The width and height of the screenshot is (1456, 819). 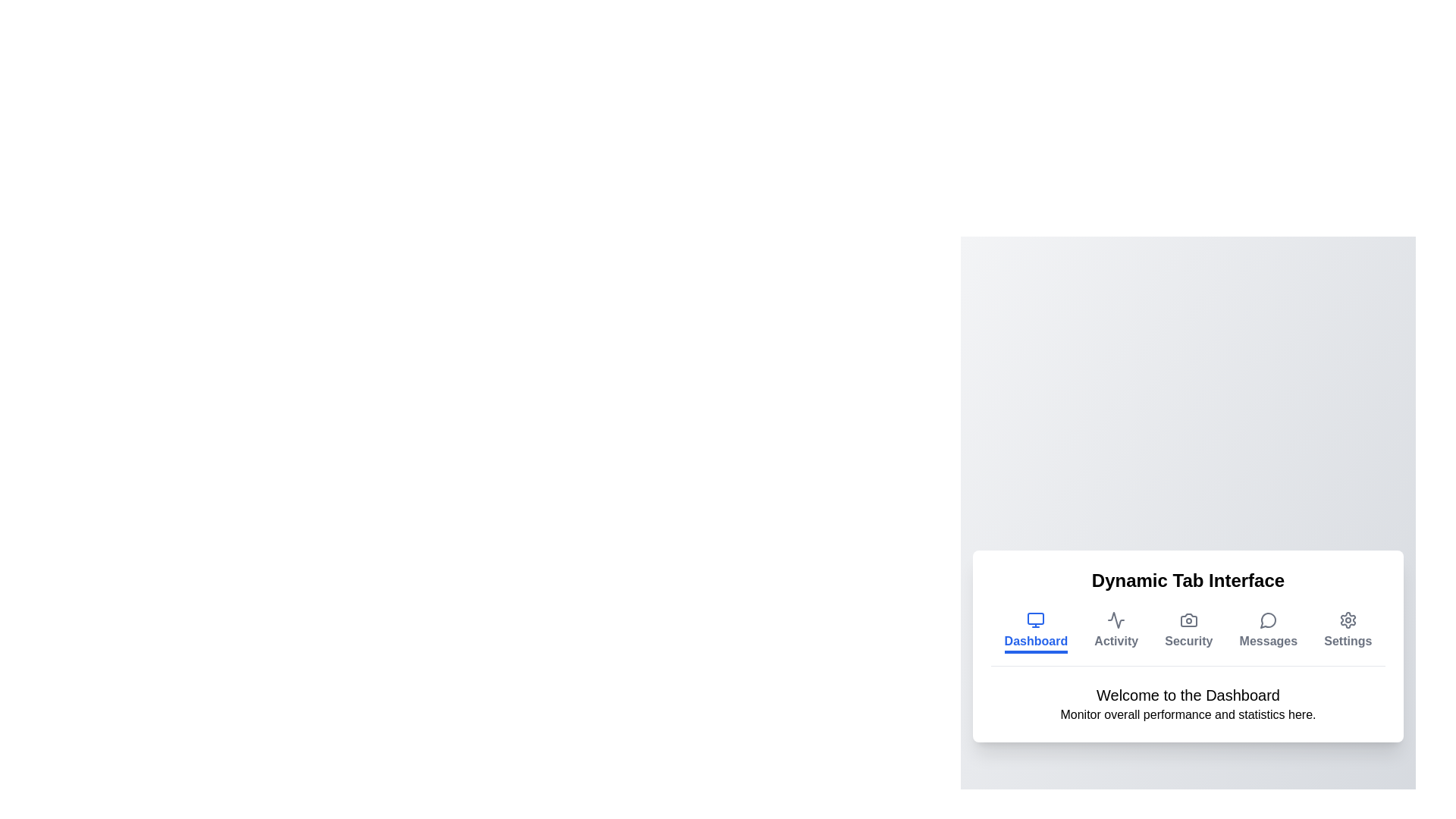 What do you see at coordinates (1188, 632) in the screenshot?
I see `the 'Security' button, which is a gray text button with a camera icon, located in the third position of the horizontal navigation menu` at bounding box center [1188, 632].